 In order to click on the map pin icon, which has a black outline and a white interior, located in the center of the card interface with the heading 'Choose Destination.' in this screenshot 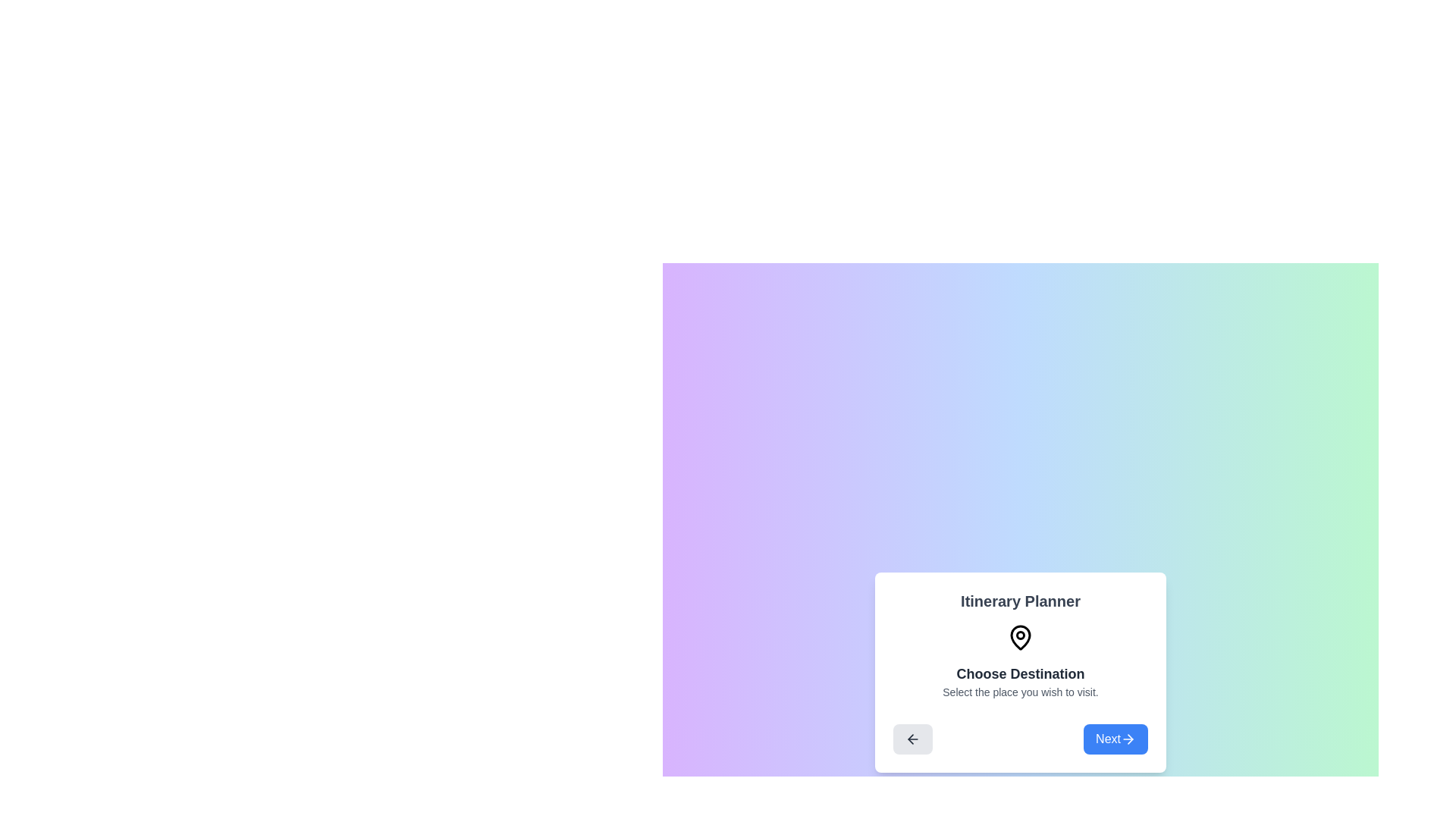, I will do `click(1020, 637)`.